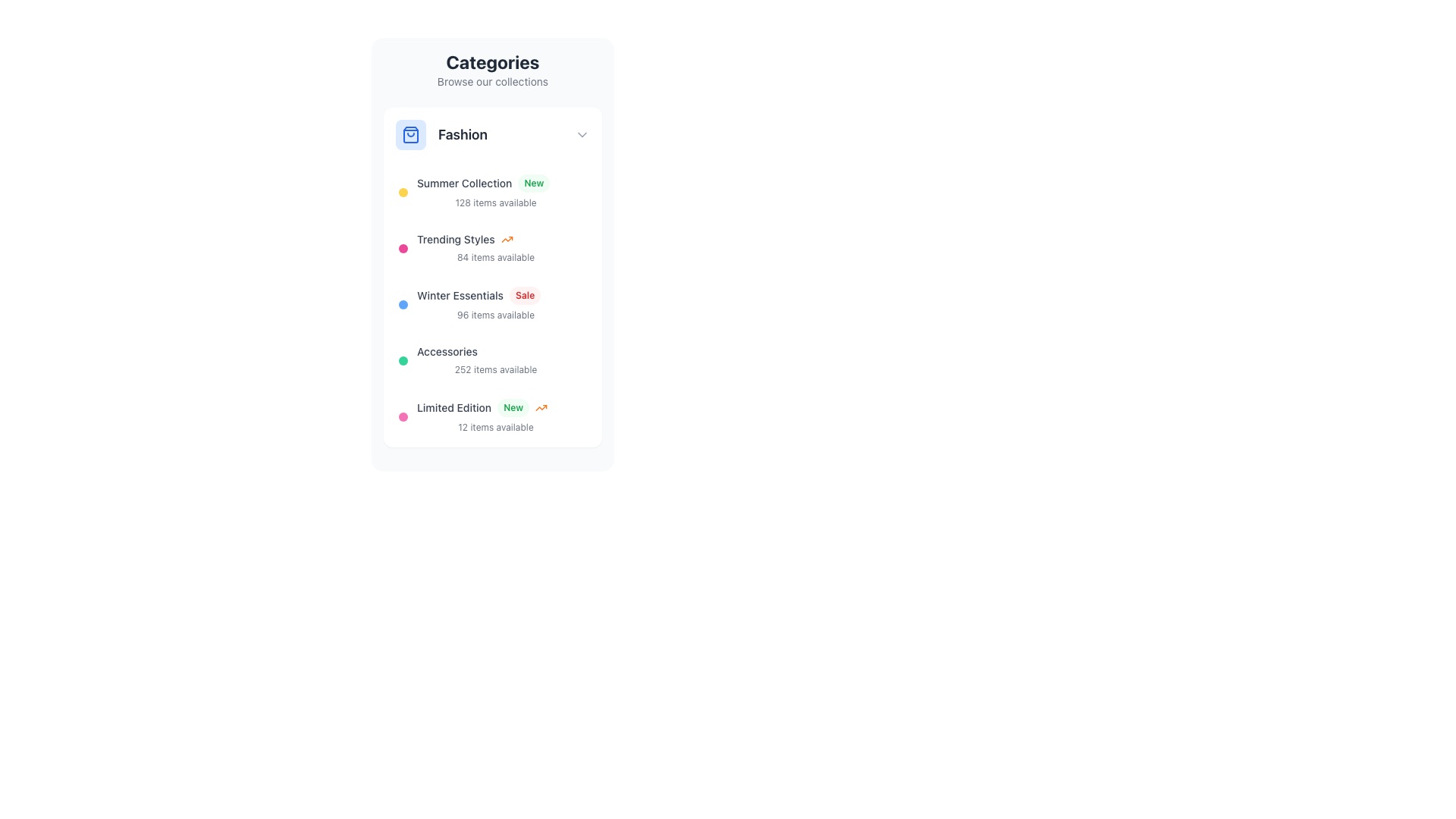  What do you see at coordinates (492, 304) in the screenshot?
I see `the 'Winter Essentials' list item in the shopping category menu` at bounding box center [492, 304].